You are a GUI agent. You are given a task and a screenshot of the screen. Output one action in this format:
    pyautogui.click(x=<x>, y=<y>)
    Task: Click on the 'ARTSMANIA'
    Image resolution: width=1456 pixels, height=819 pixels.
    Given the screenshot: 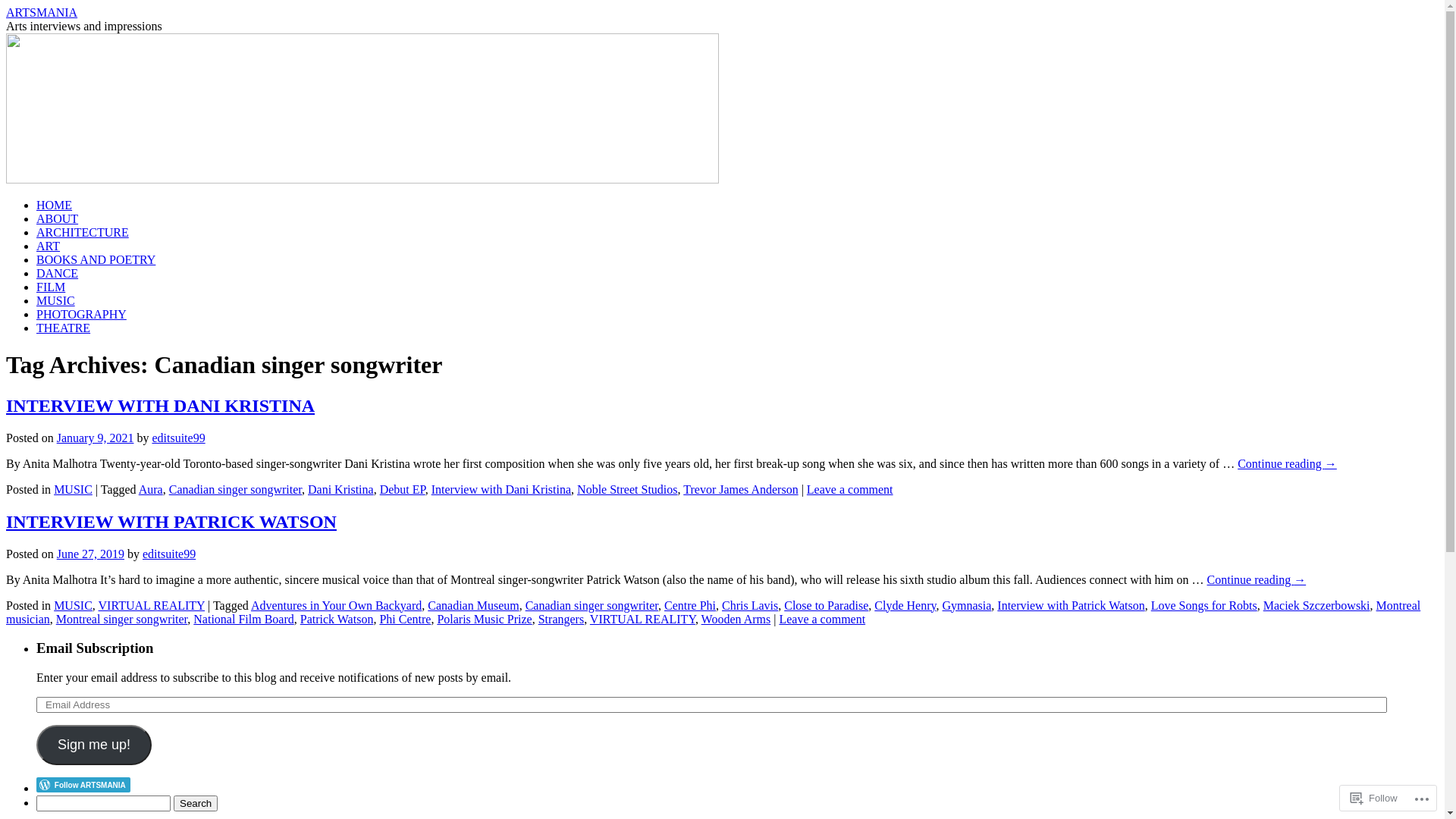 What is the action you would take?
    pyautogui.click(x=41, y=12)
    